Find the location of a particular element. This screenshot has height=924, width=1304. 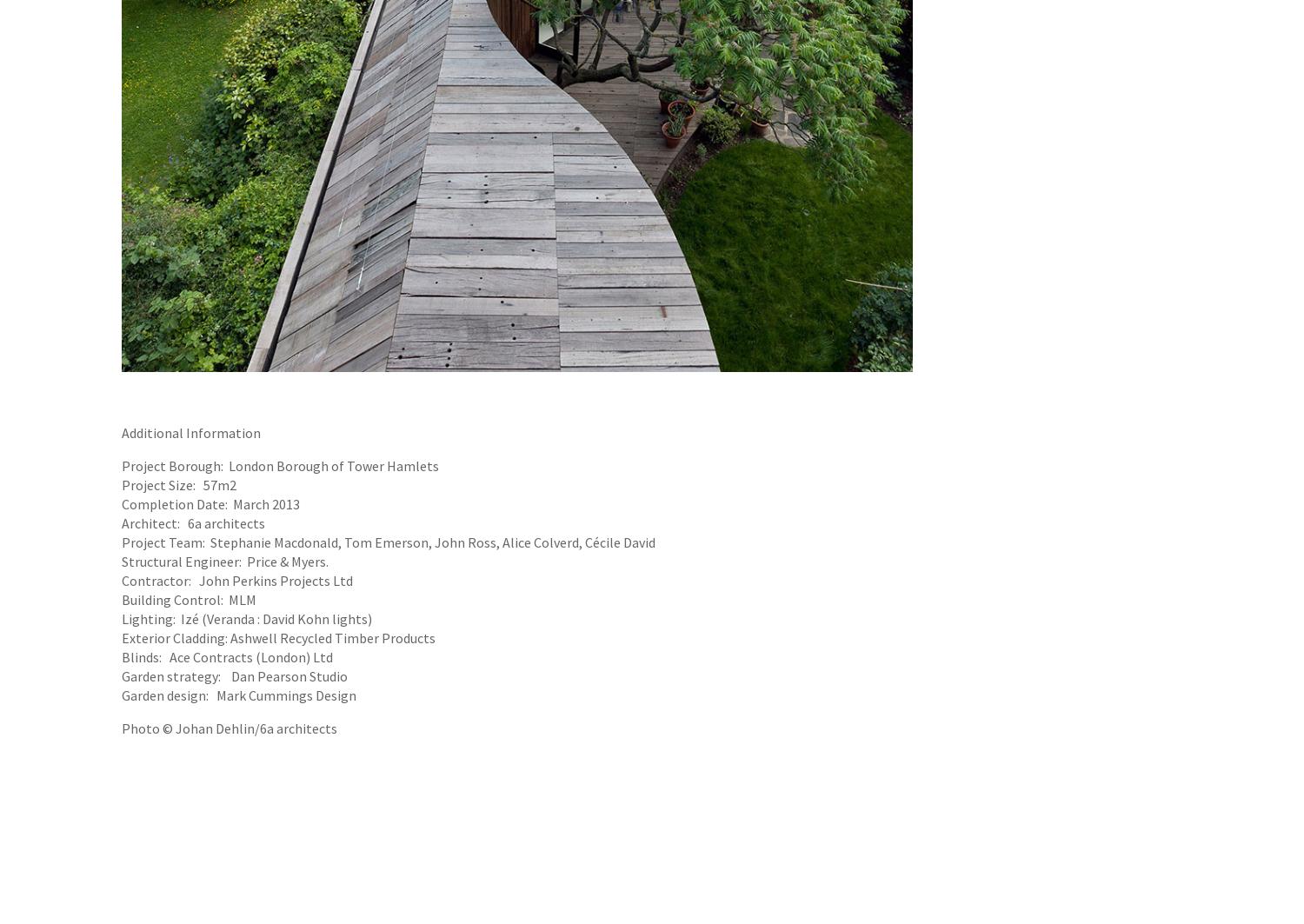

'Exterior Cladding: Ashwell Recycled Timber Products' is located at coordinates (277, 637).